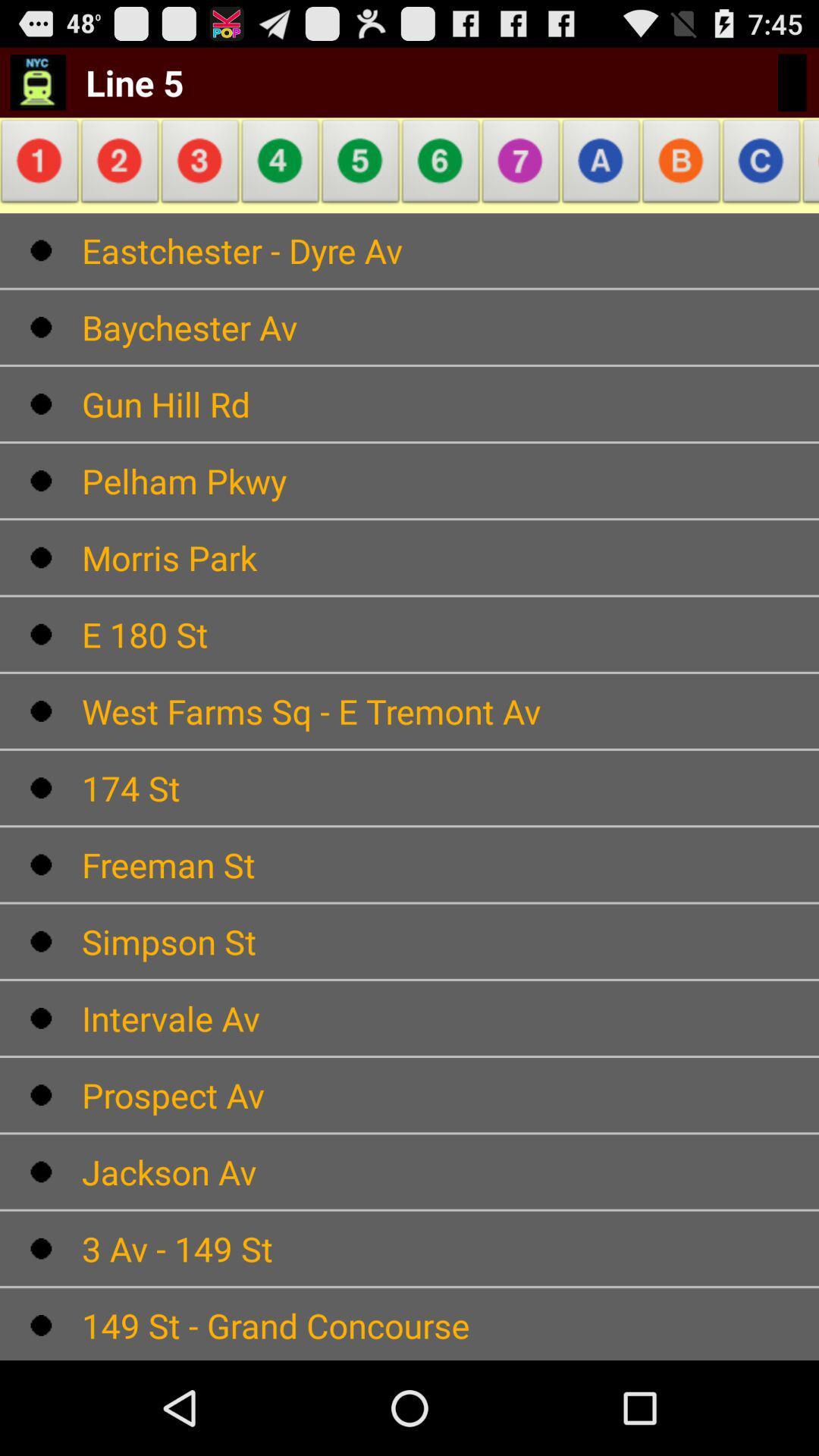  Describe the element at coordinates (450, 787) in the screenshot. I see `174 st` at that location.